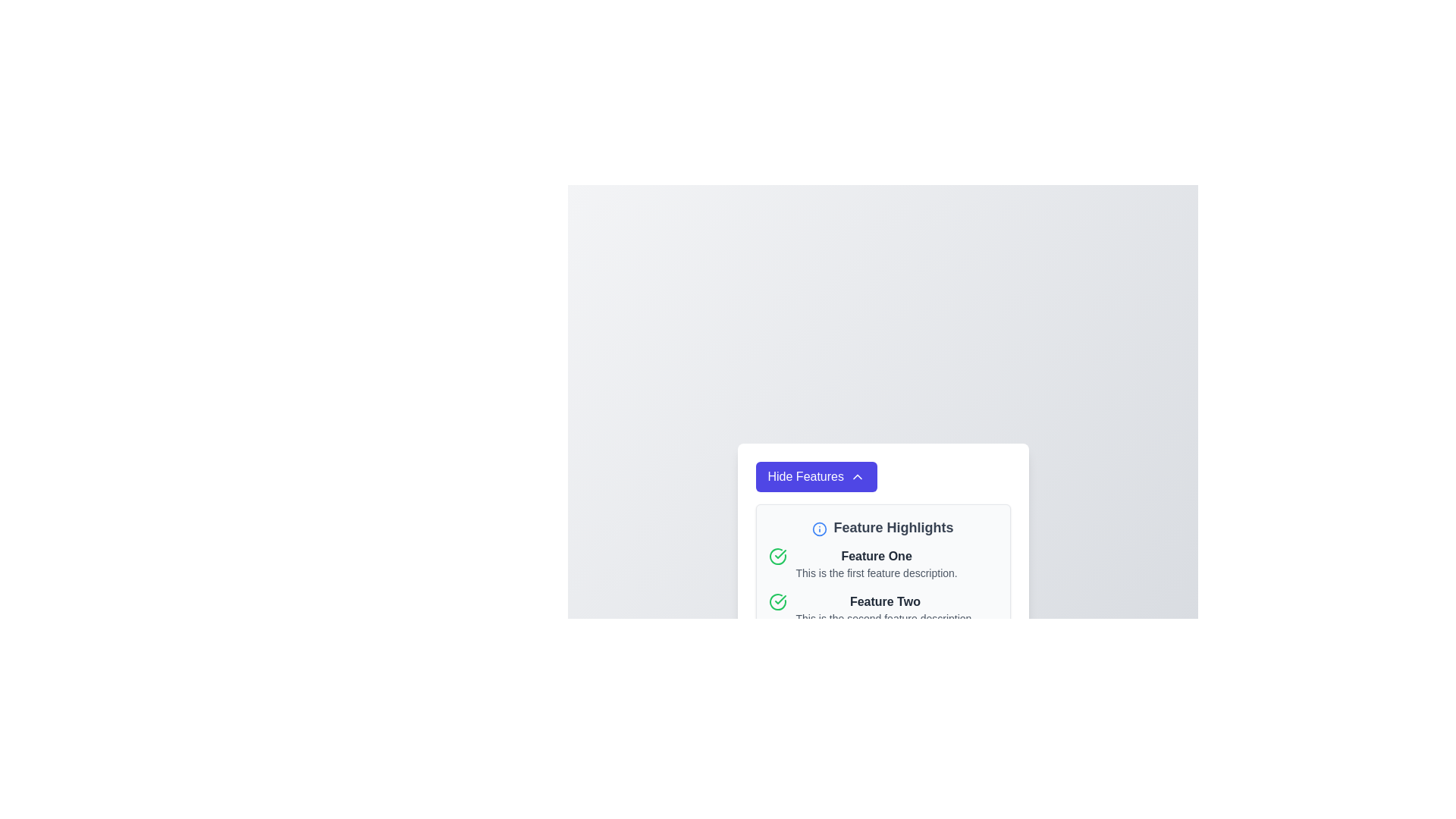 This screenshot has height=819, width=1456. What do you see at coordinates (819, 528) in the screenshot?
I see `the circular blue icon containing the 'i' letter, located to the left of the 'Feature Highlights' title text` at bounding box center [819, 528].